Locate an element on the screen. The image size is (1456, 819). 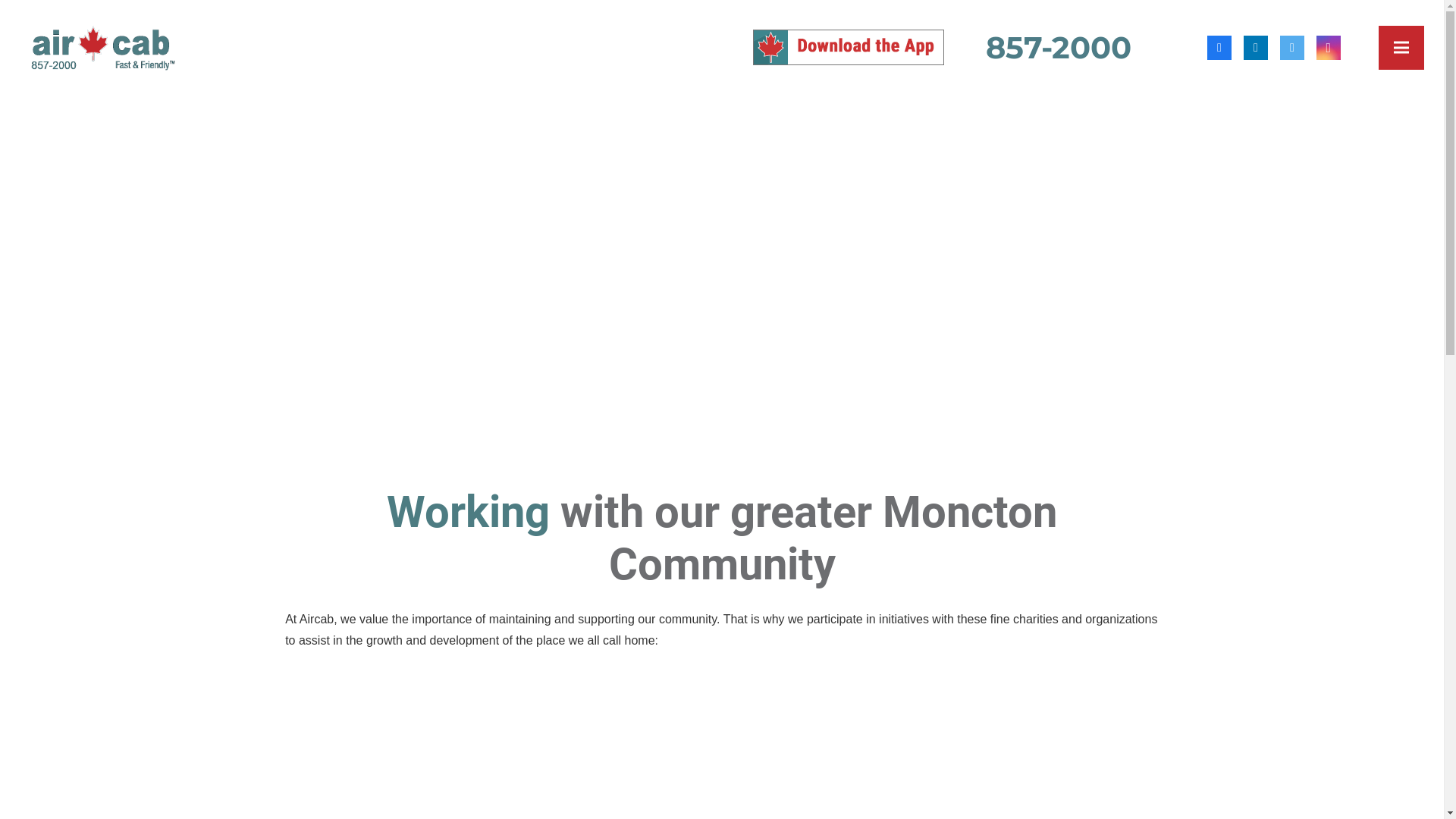
'Facebook' is located at coordinates (1207, 45).